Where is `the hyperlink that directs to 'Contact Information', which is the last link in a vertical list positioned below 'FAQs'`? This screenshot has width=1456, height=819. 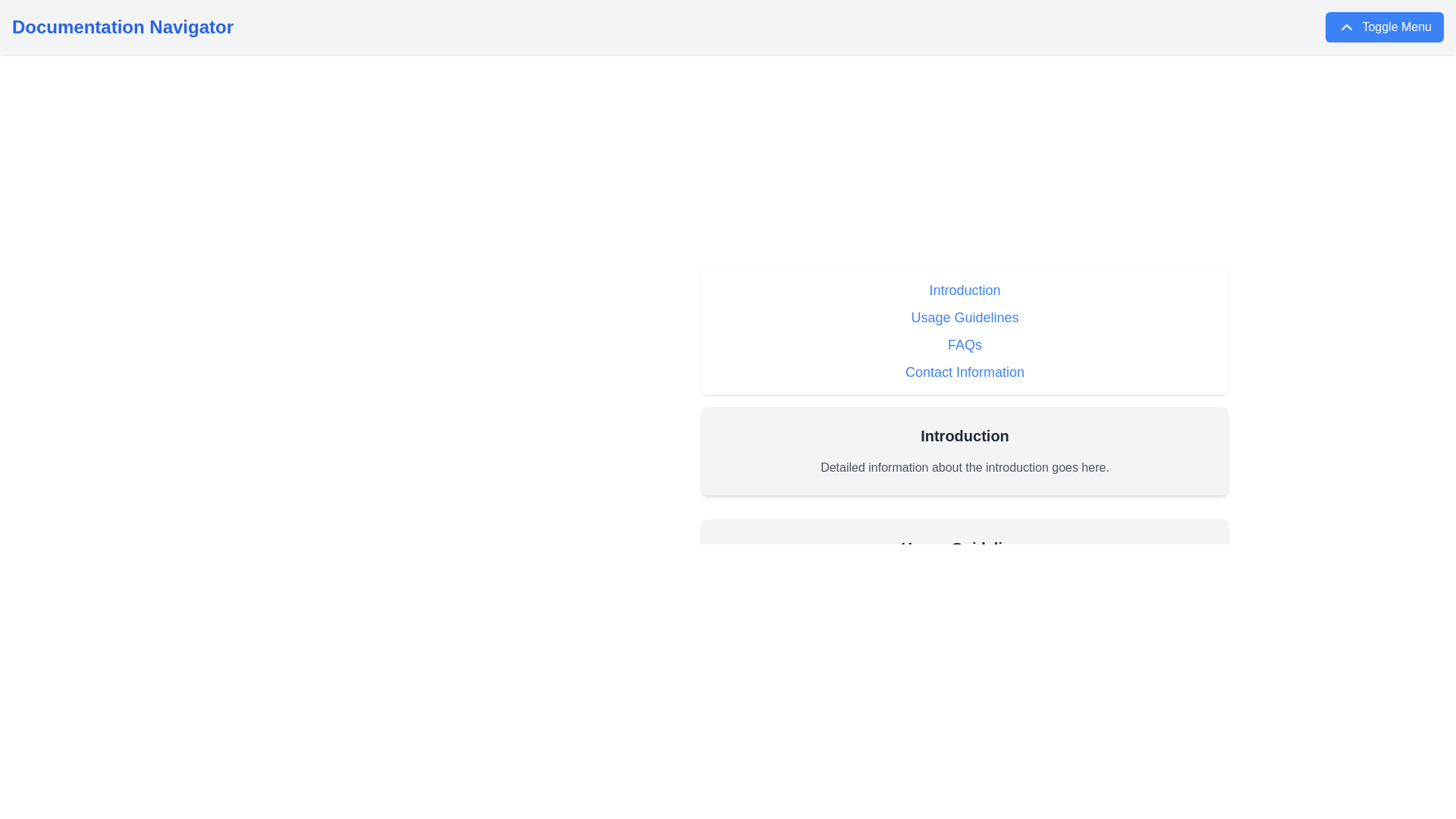 the hyperlink that directs to 'Contact Information', which is the last link in a vertical list positioned below 'FAQs' is located at coordinates (964, 372).